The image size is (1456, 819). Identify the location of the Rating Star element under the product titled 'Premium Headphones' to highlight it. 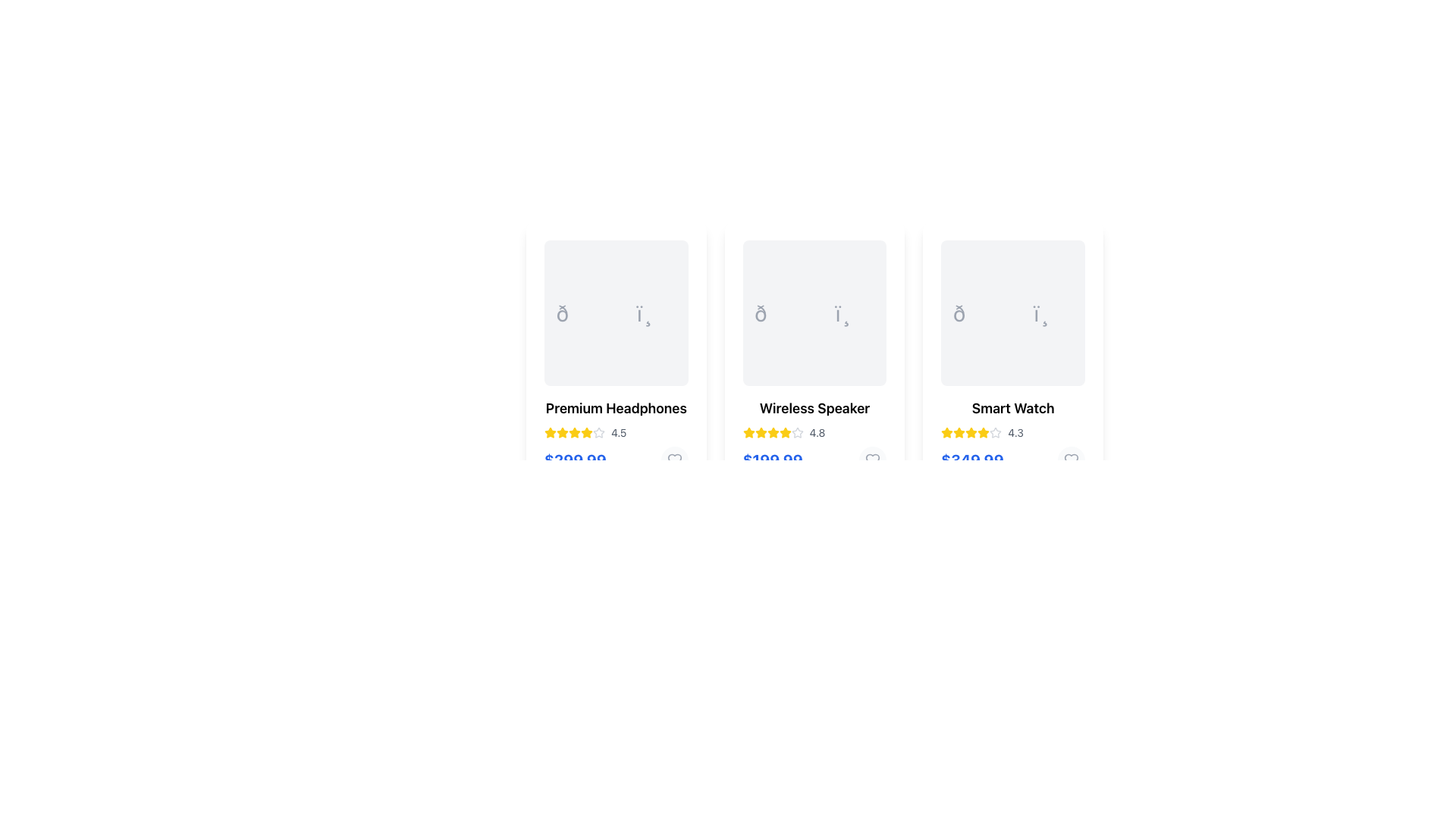
(562, 432).